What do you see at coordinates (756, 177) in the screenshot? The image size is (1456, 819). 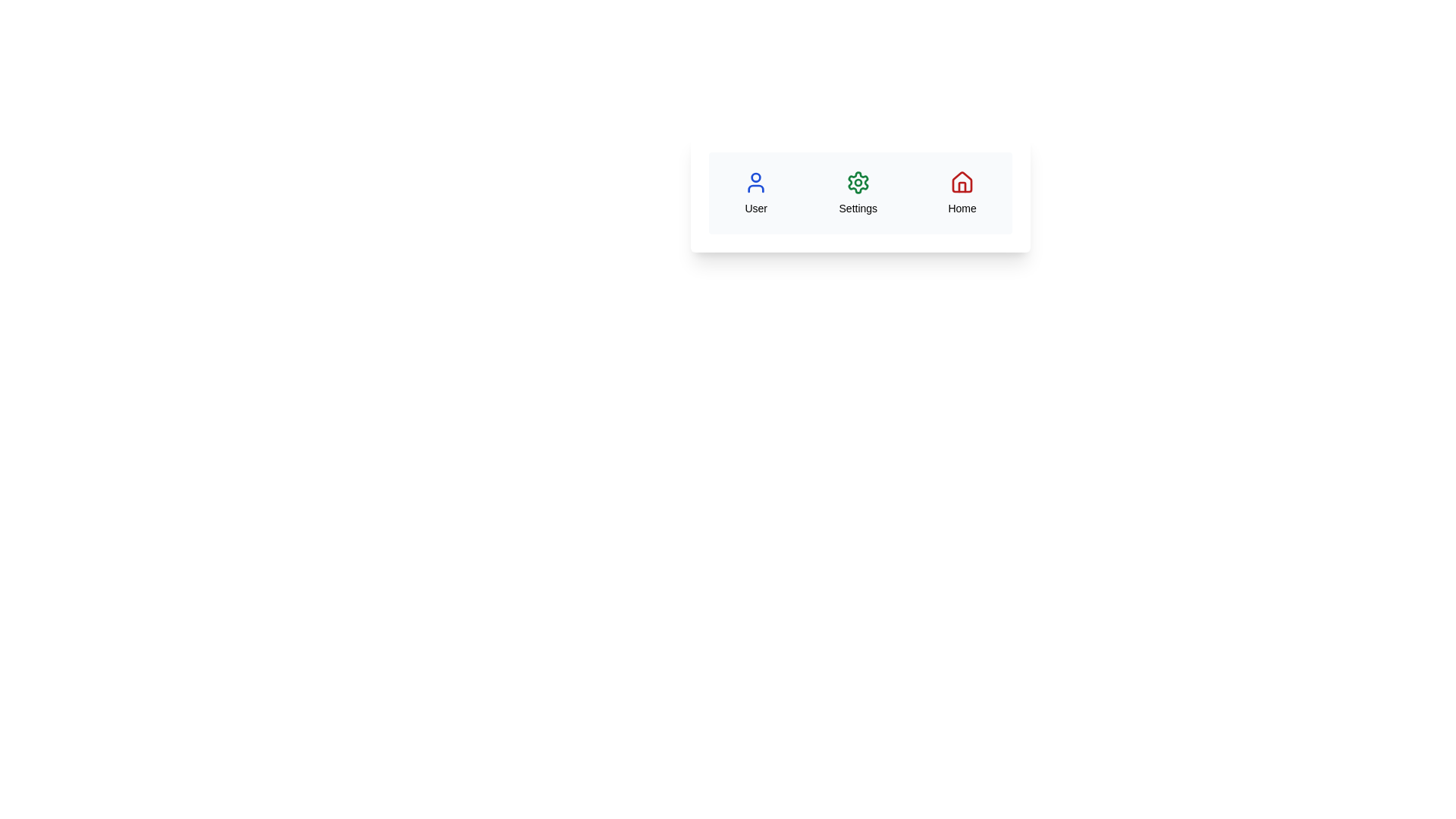 I see `the circular graphical element located above the user profile icon in the horizontal navigation bar` at bounding box center [756, 177].